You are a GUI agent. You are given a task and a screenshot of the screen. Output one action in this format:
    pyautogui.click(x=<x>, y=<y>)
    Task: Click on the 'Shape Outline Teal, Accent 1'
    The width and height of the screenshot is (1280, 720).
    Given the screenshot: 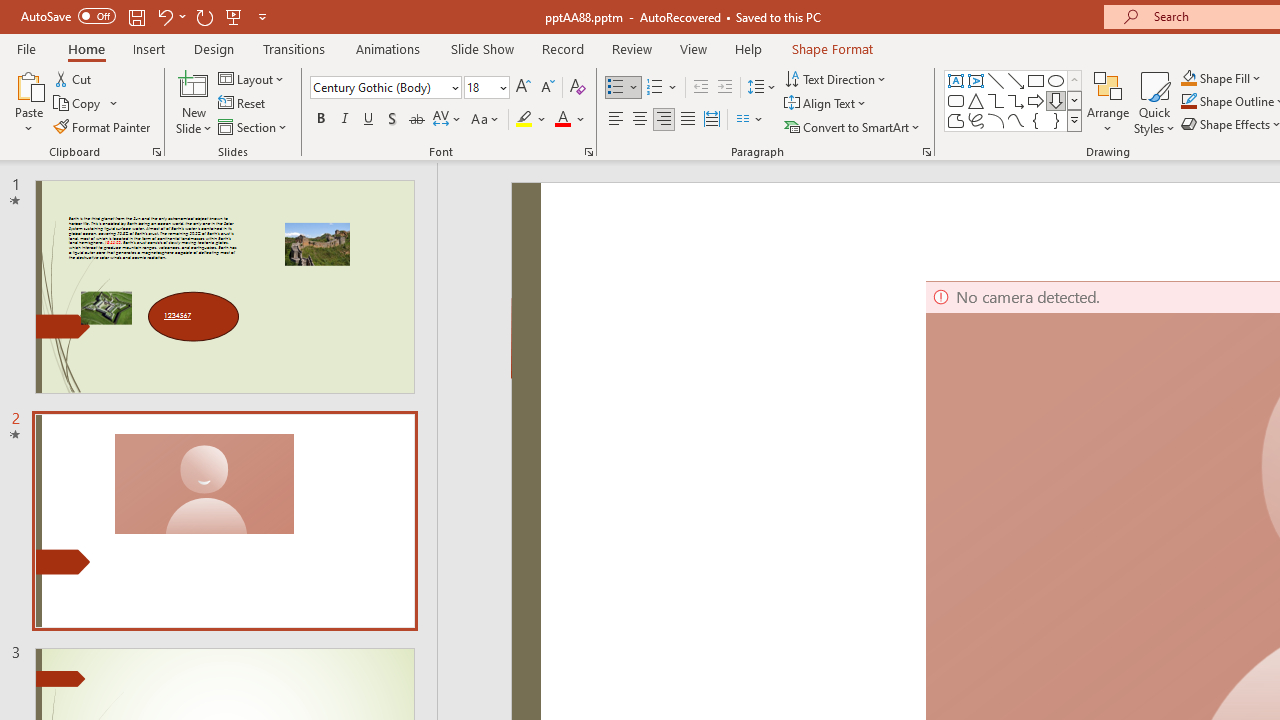 What is the action you would take?
    pyautogui.click(x=1189, y=101)
    